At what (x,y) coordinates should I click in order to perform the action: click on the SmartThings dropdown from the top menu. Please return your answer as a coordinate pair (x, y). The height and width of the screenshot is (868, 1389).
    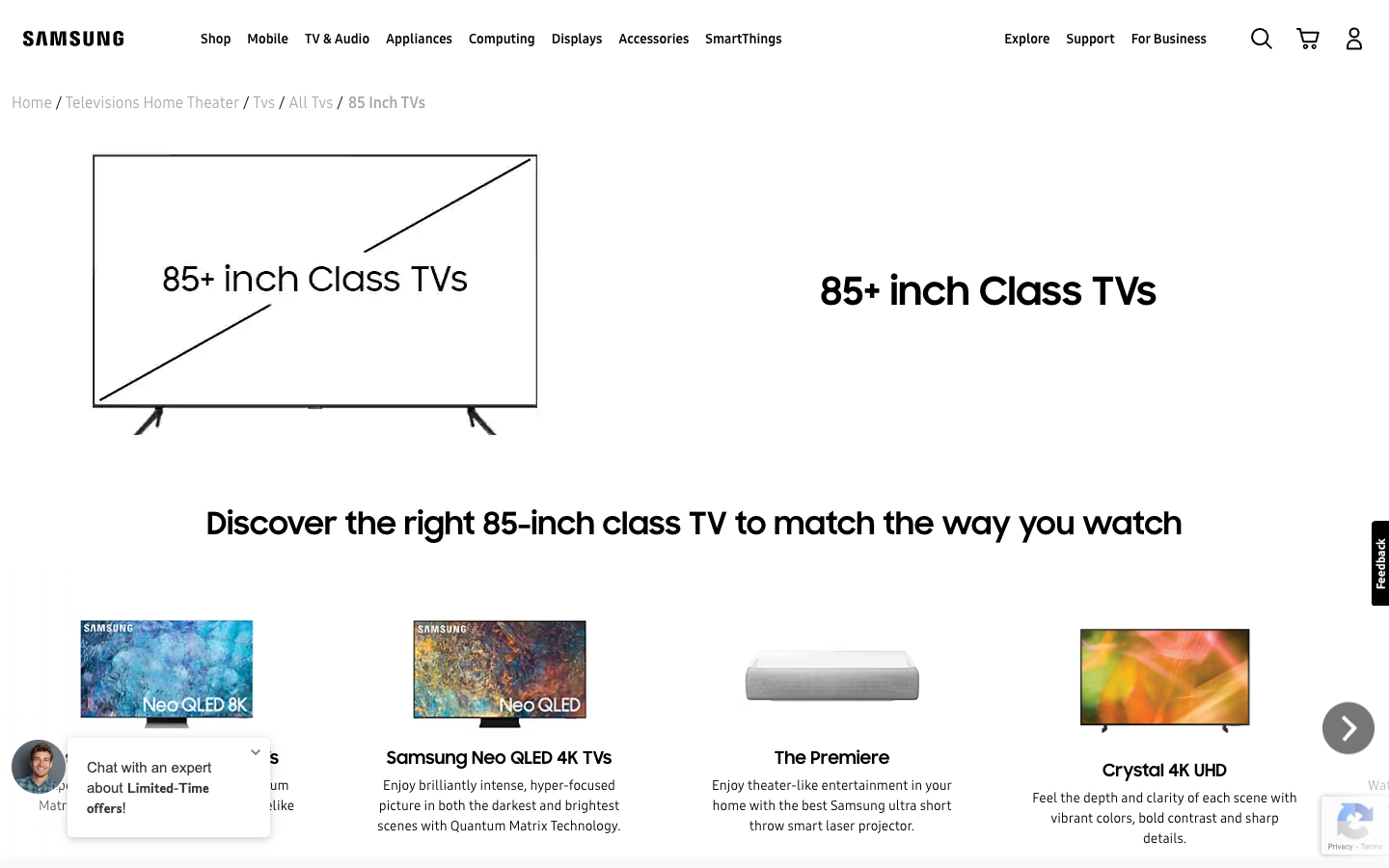
    Looking at the image, I should click on (742, 37).